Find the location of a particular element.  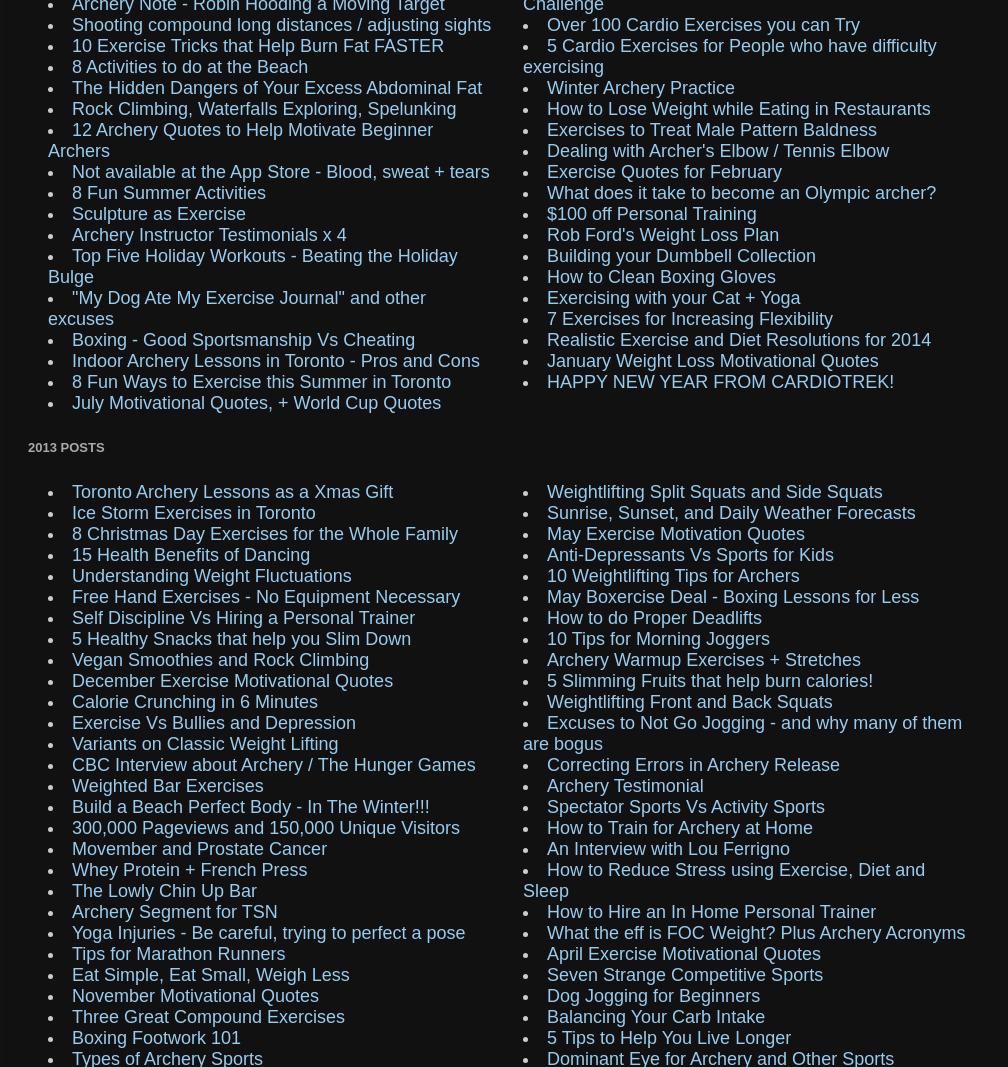

'Tips for Marathon Runners' is located at coordinates (178, 953).